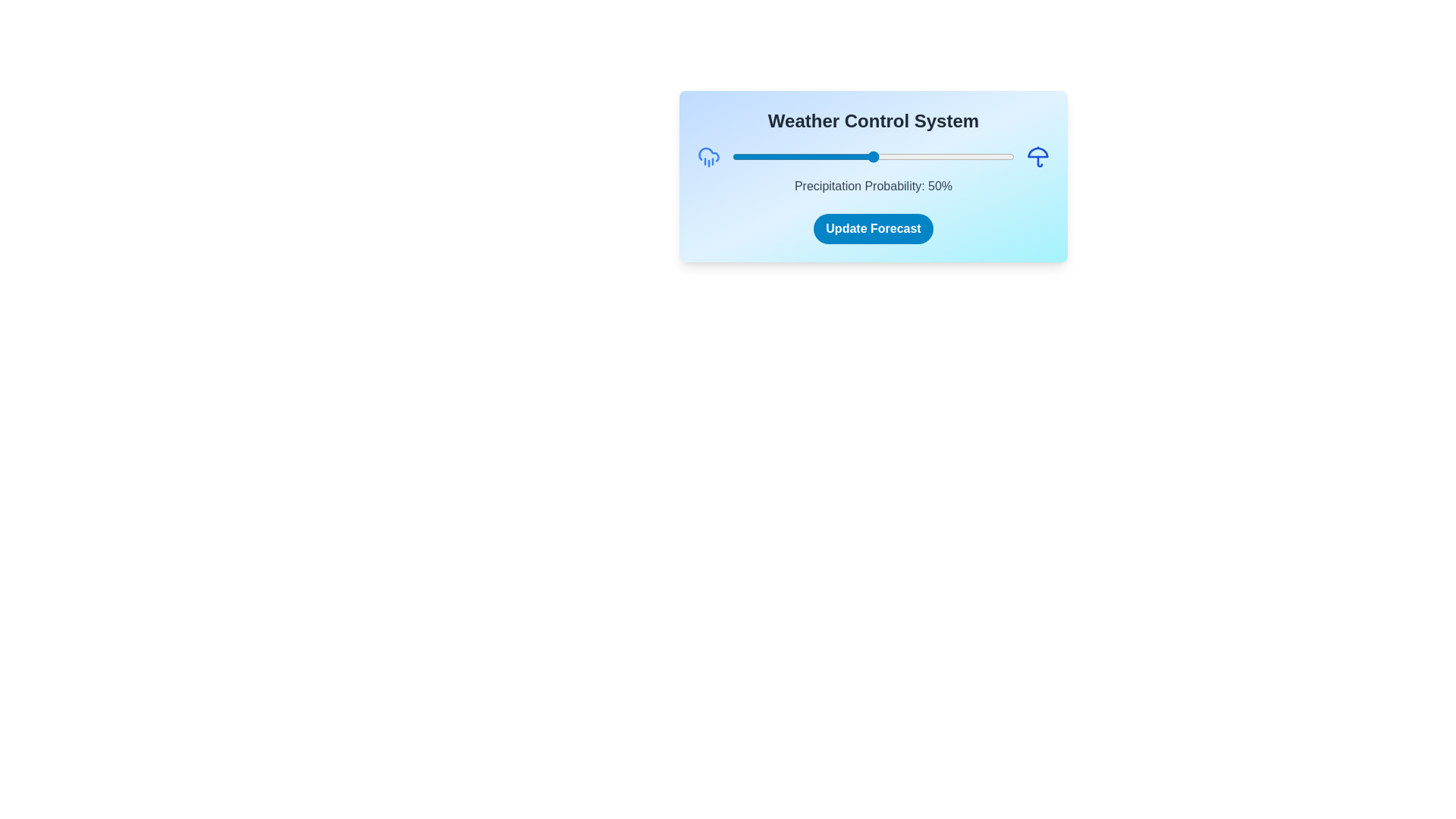 Image resolution: width=1456 pixels, height=819 pixels. What do you see at coordinates (1012, 157) in the screenshot?
I see `the precipitation probability slider to 99%` at bounding box center [1012, 157].